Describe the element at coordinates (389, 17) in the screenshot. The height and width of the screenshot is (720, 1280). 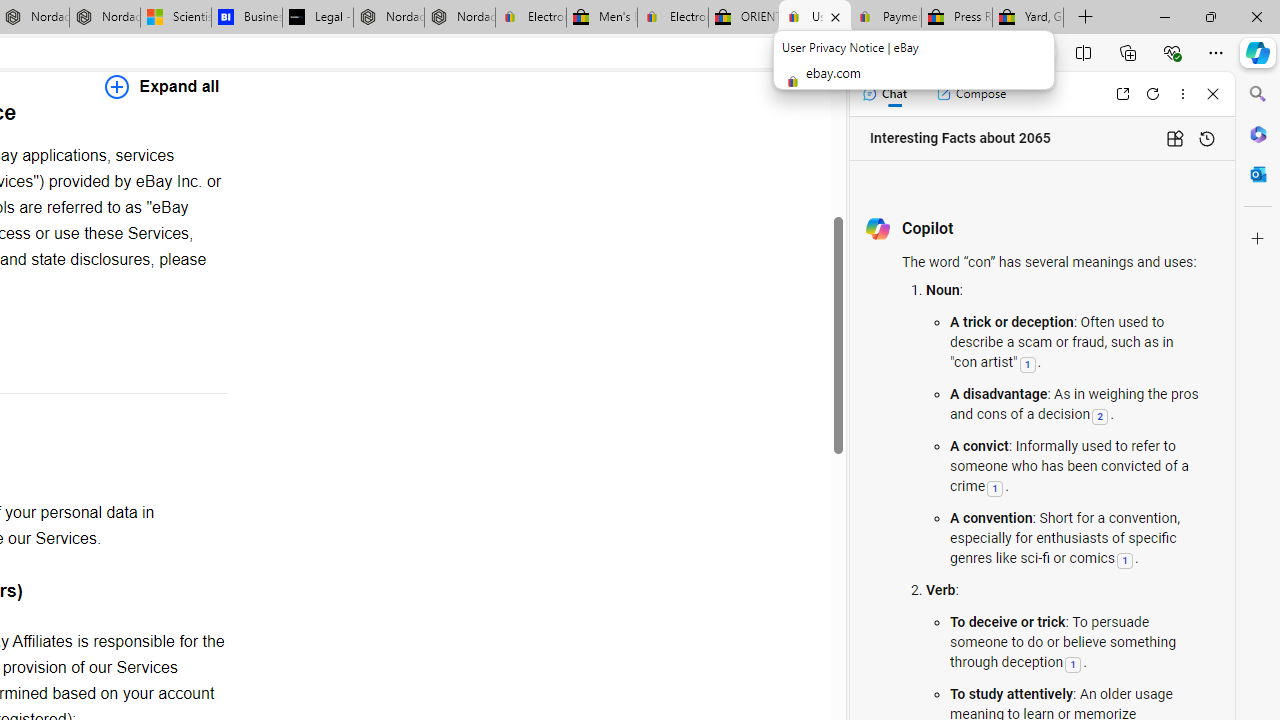
I see `'Nordace - Summer Adventures 2024'` at that location.